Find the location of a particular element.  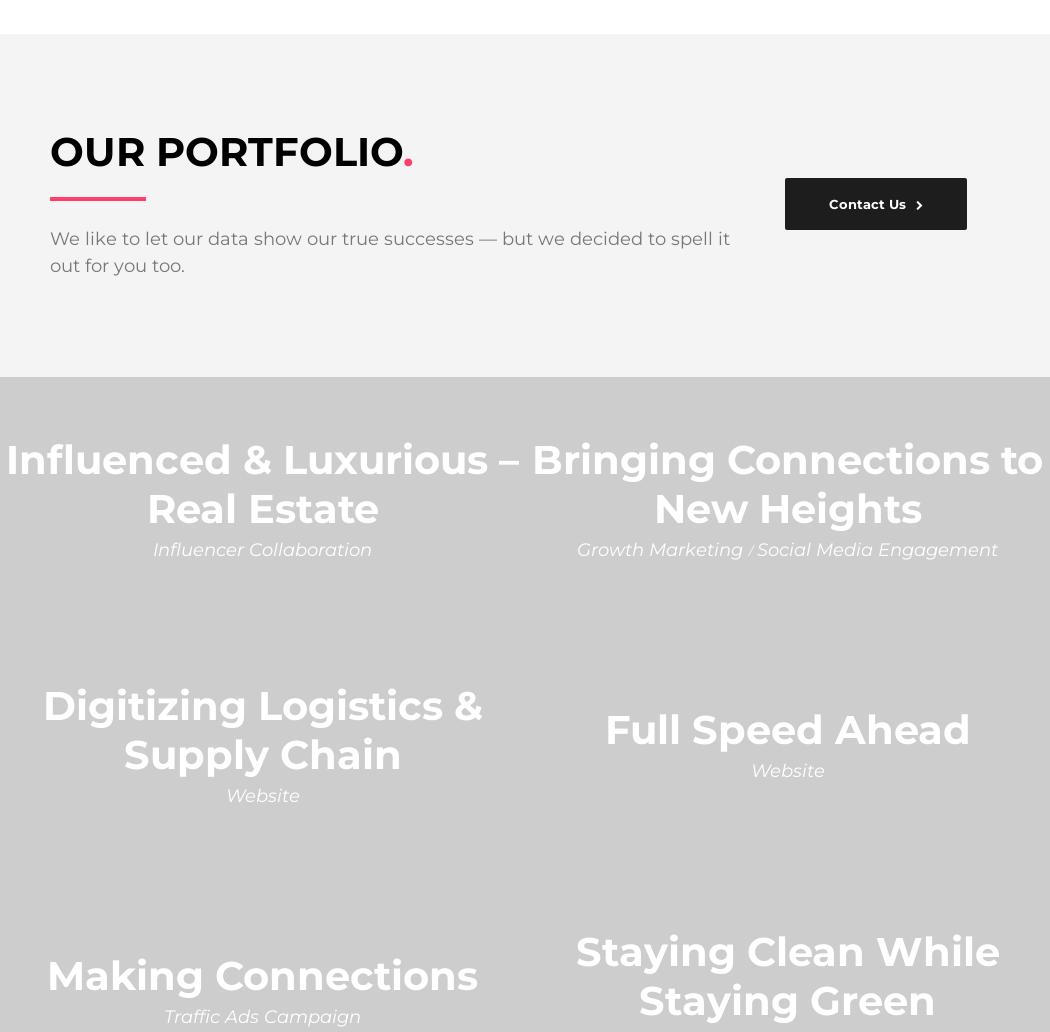

'Growth Marketing' is located at coordinates (659, 549).